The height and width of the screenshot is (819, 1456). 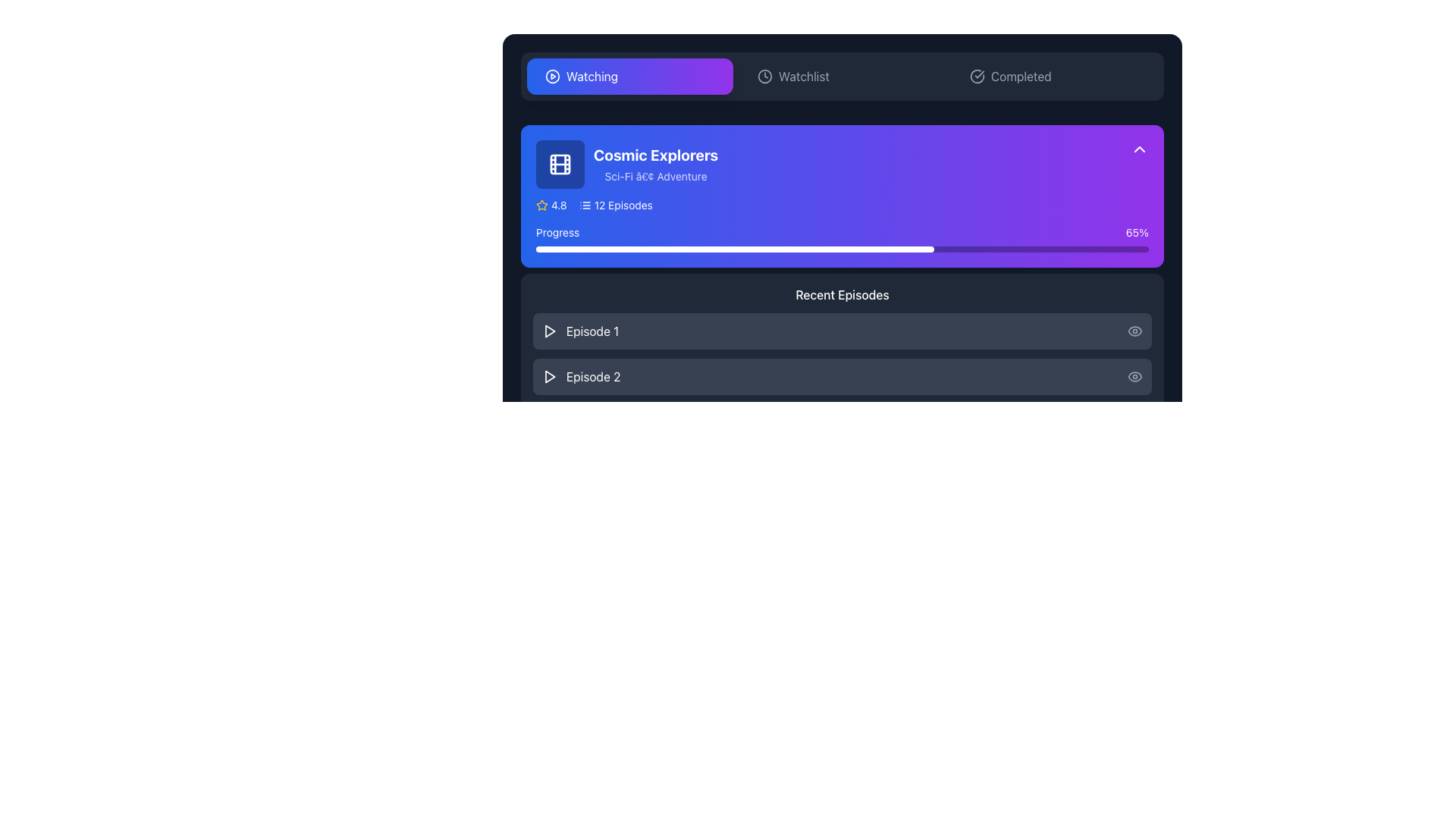 What do you see at coordinates (552, 76) in the screenshot?
I see `the circular play button icon located within the 'Watching' button in the upper left section of the interface` at bounding box center [552, 76].